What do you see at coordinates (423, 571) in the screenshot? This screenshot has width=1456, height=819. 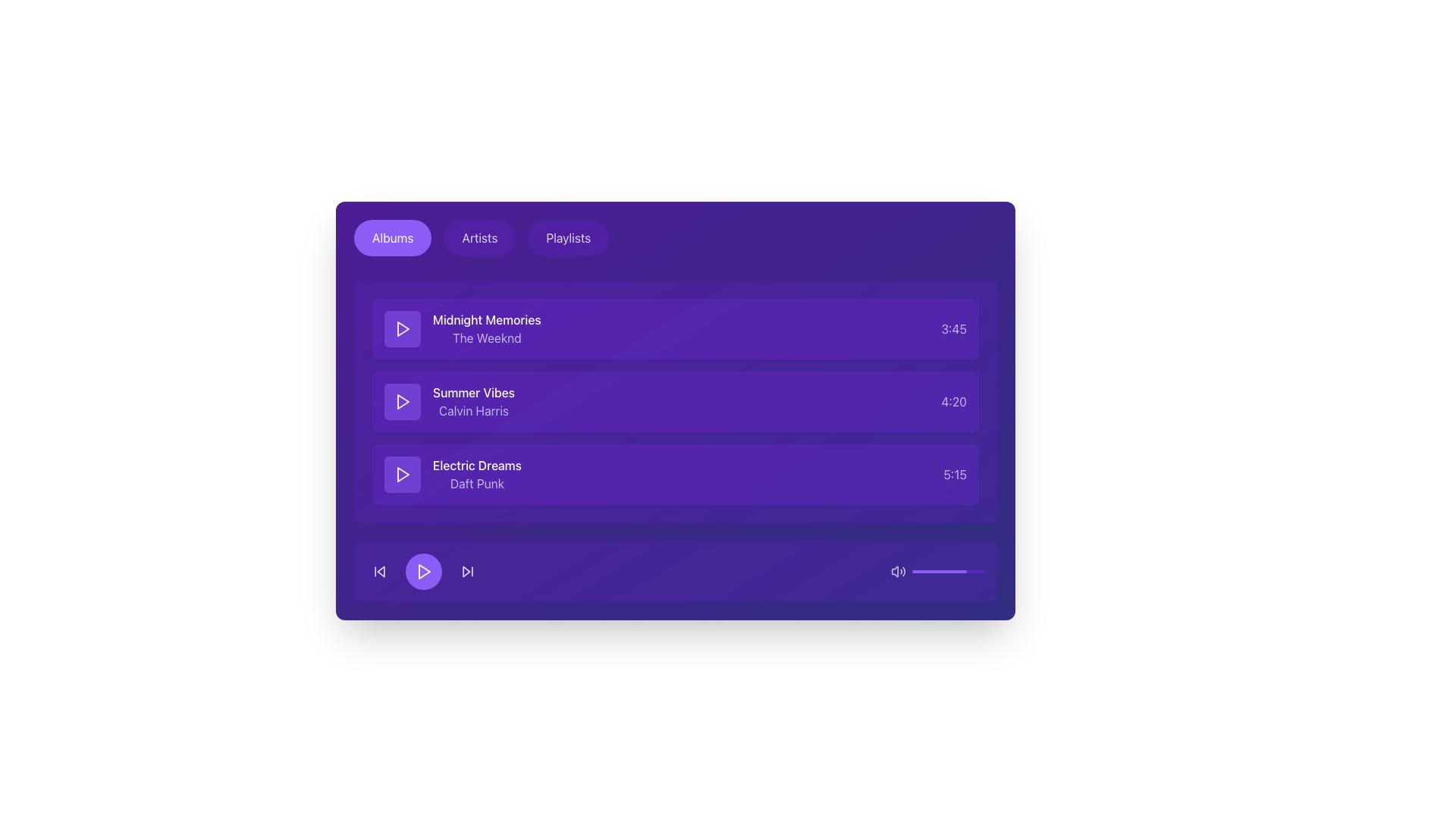 I see `the circular button with a purple background and a white triangular 'play' icon to observe the hover effect` at bounding box center [423, 571].